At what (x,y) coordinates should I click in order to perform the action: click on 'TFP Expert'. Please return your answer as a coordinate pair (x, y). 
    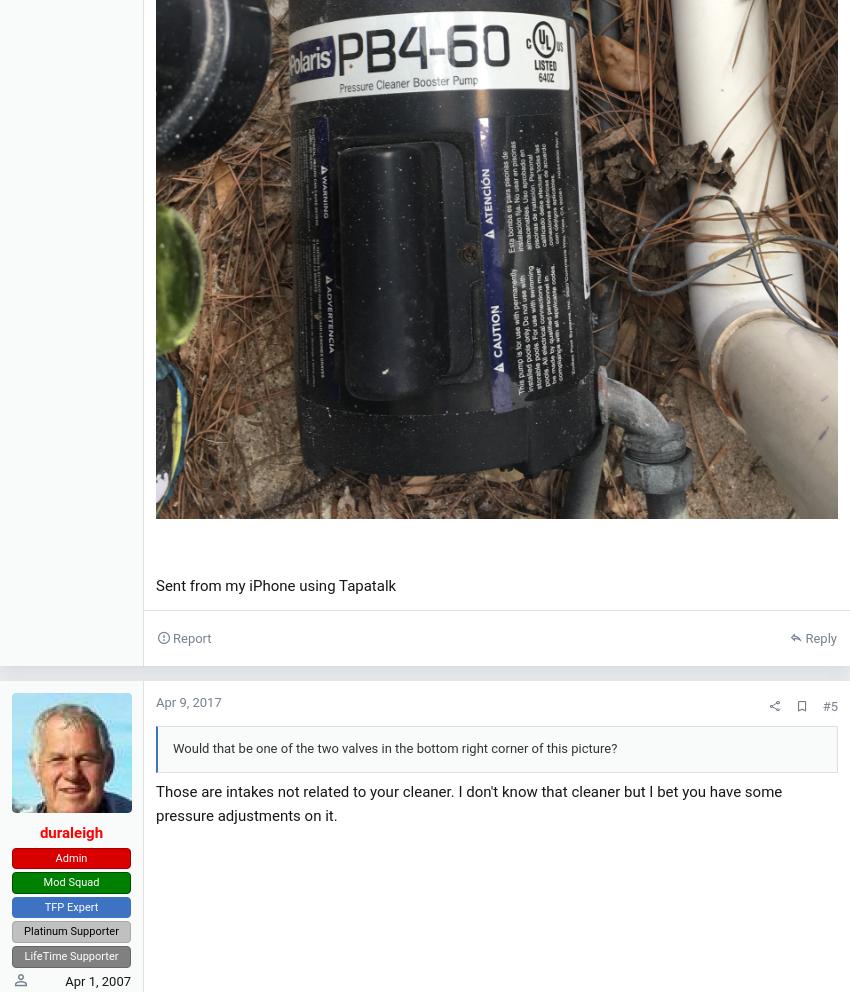
    Looking at the image, I should click on (70, 906).